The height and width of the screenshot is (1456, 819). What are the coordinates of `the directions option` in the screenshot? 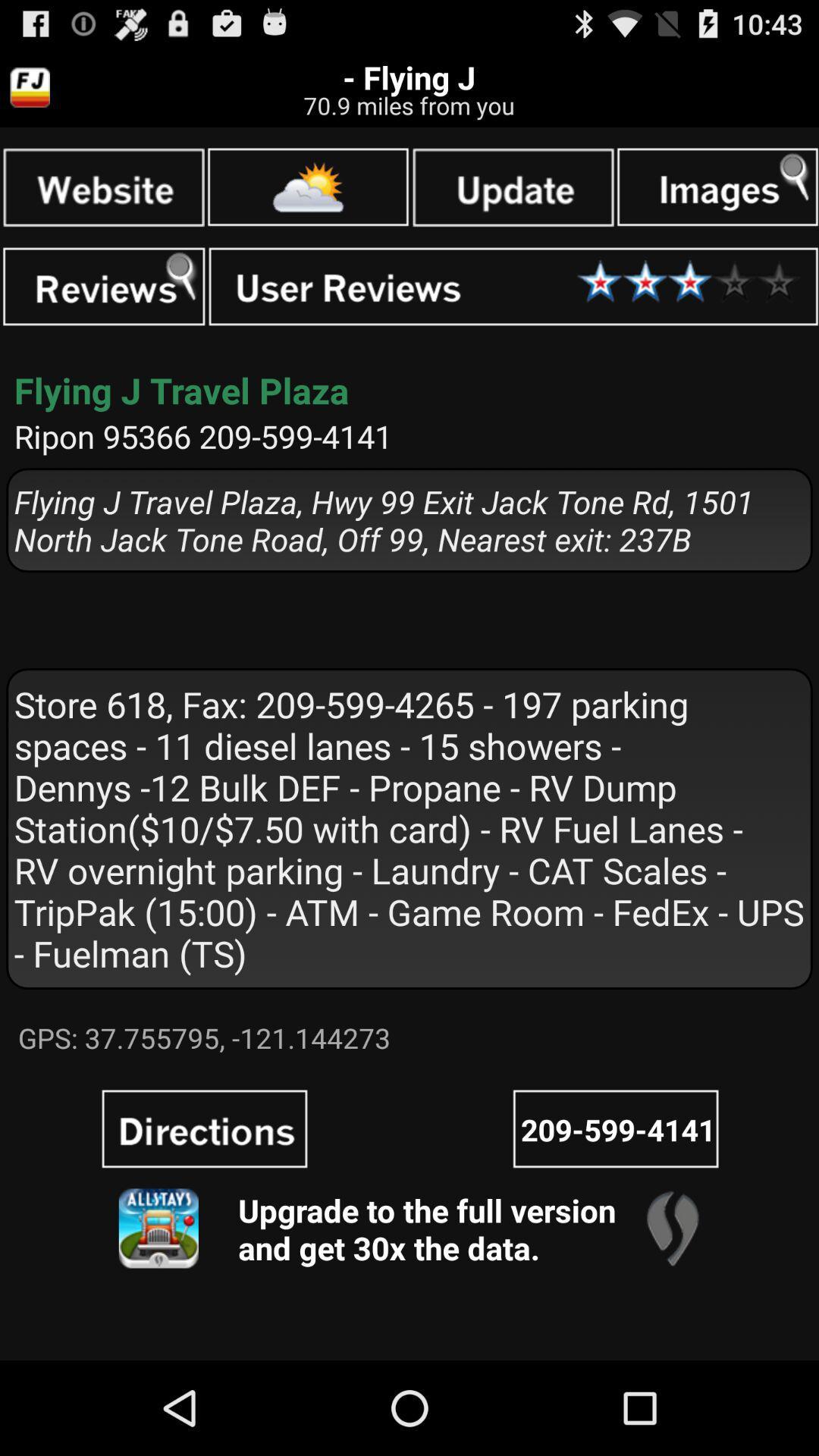 It's located at (205, 1128).